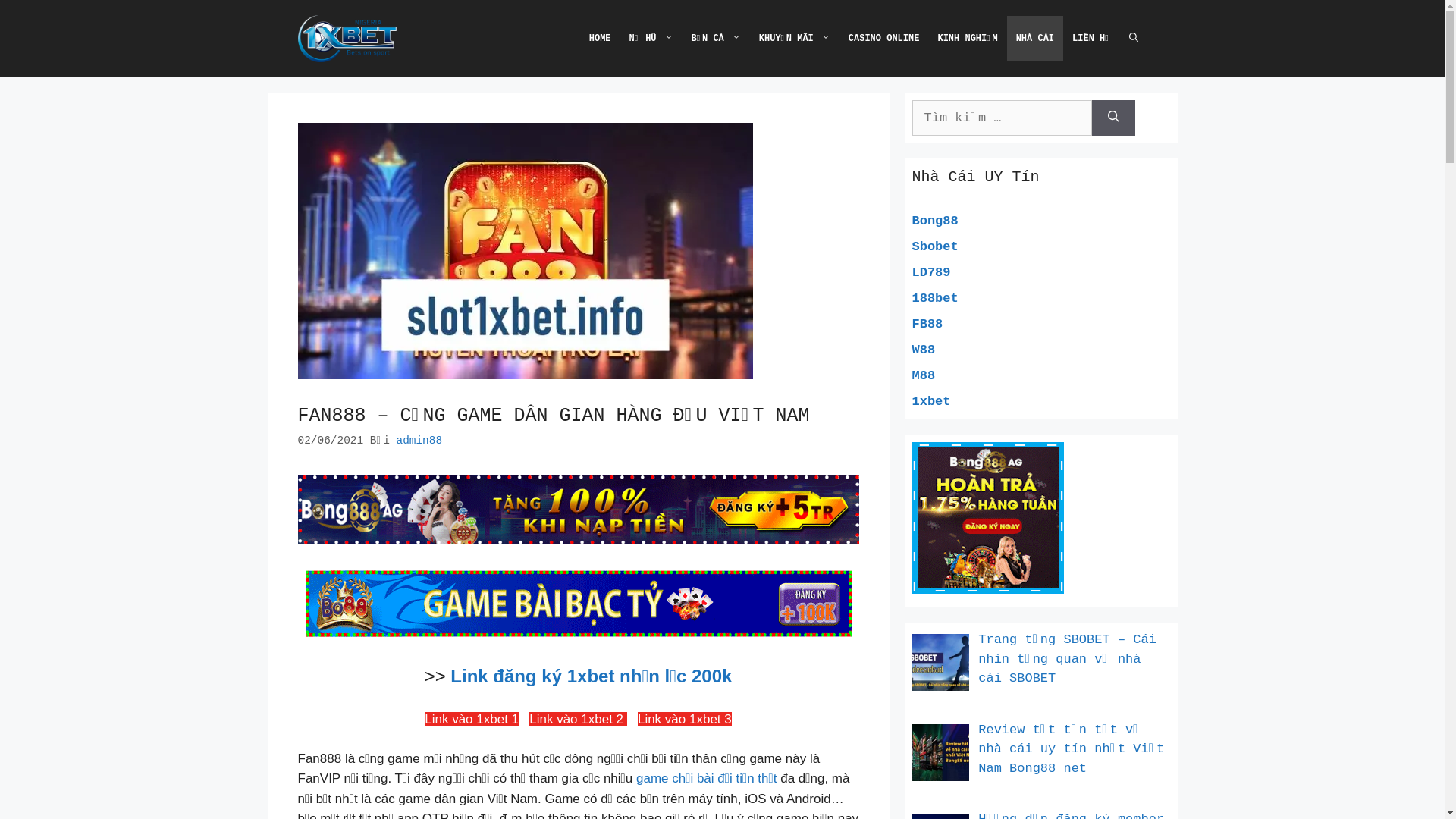  What do you see at coordinates (922, 350) in the screenshot?
I see `'W88'` at bounding box center [922, 350].